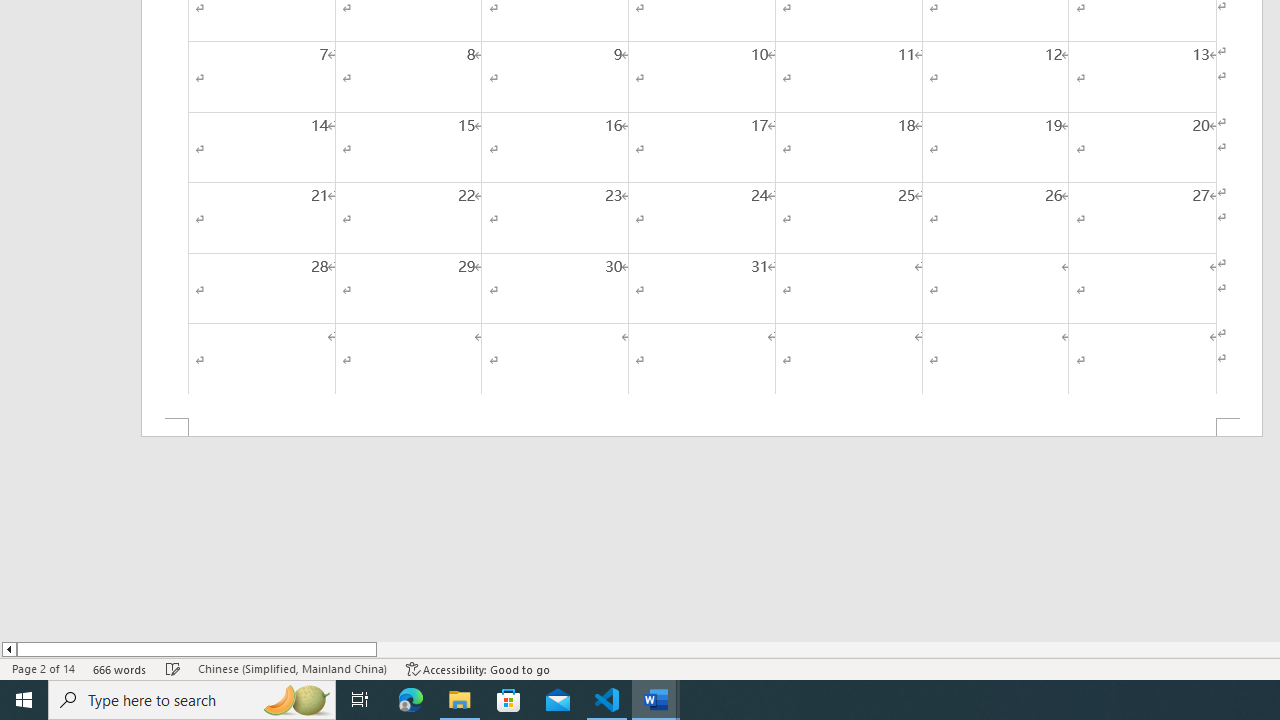 This screenshot has height=720, width=1280. Describe the element at coordinates (291, 669) in the screenshot. I see `'Language Chinese (Simplified, Mainland China)'` at that location.